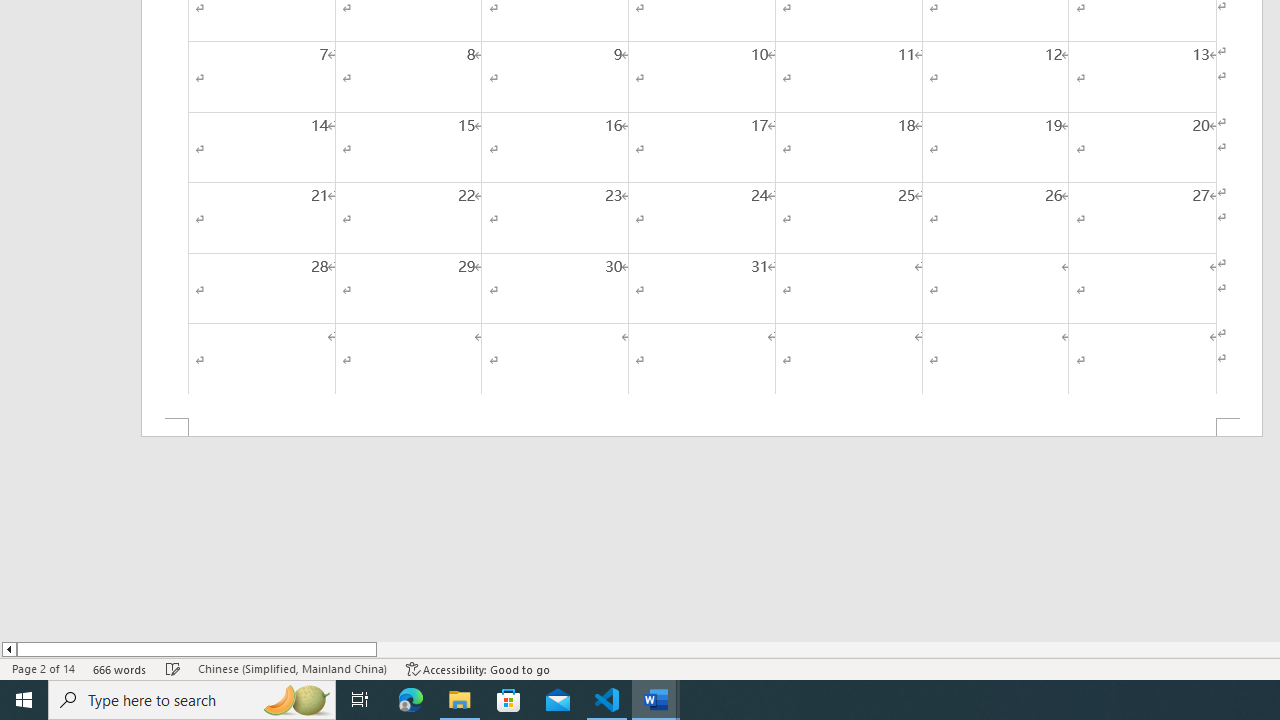 This screenshot has height=720, width=1280. Describe the element at coordinates (291, 669) in the screenshot. I see `'Language Chinese (Simplified, Mainland China)'` at that location.